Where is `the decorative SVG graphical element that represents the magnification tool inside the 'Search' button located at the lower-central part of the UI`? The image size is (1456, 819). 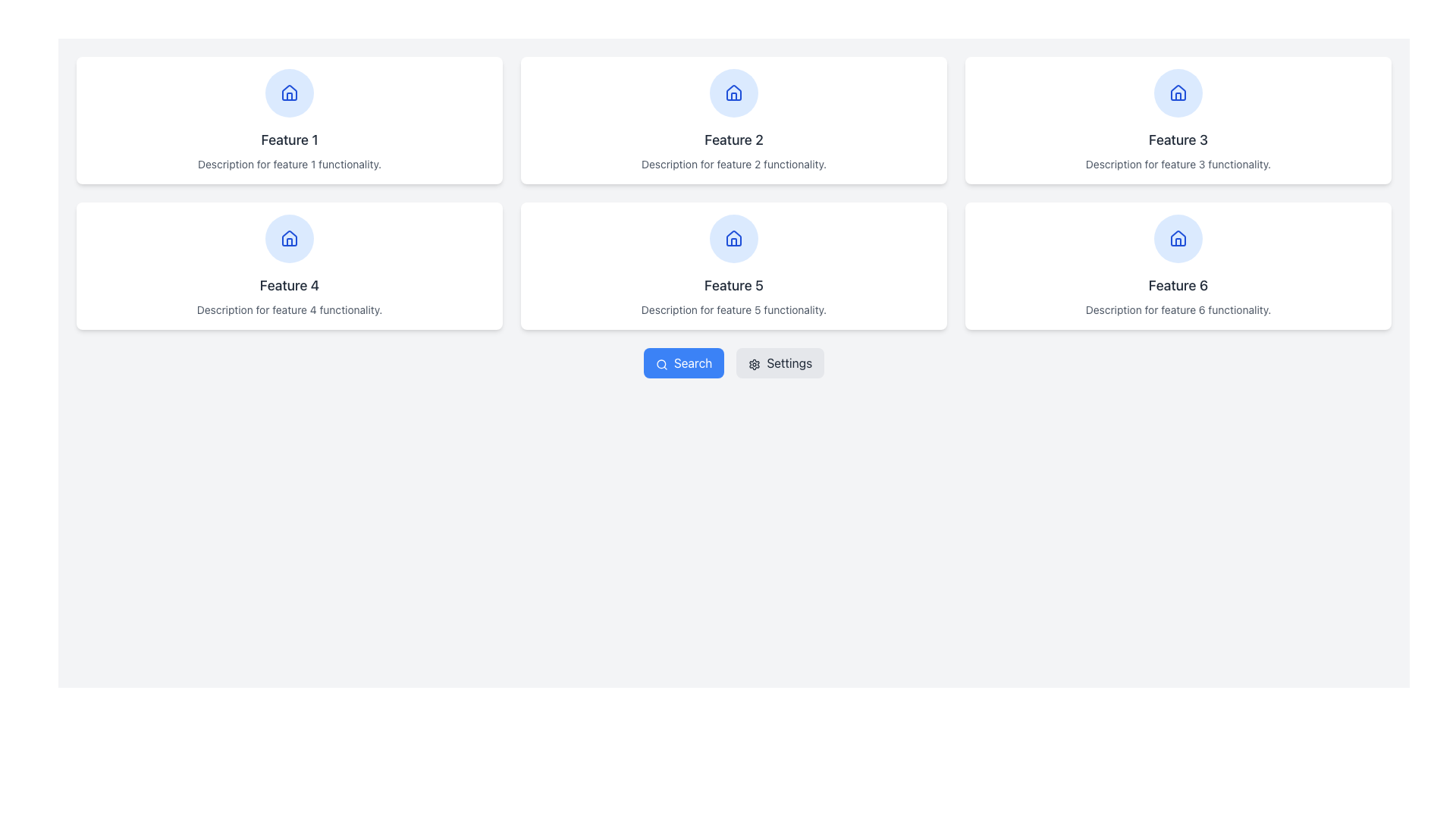 the decorative SVG graphical element that represents the magnification tool inside the 'Search' button located at the lower-central part of the UI is located at coordinates (661, 364).